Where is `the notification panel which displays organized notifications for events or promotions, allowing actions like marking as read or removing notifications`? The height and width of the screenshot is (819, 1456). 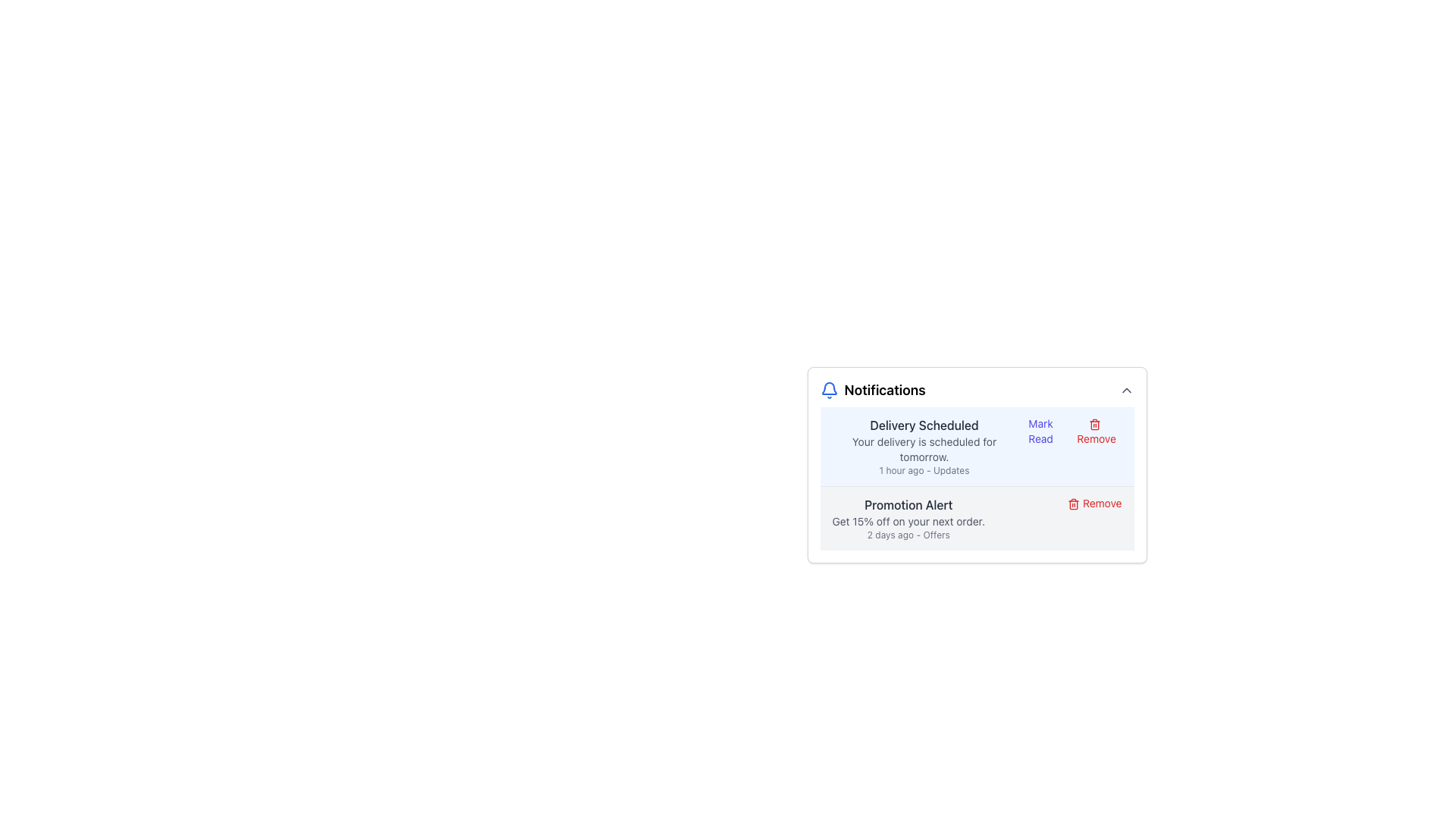
the notification panel which displays organized notifications for events or promotions, allowing actions like marking as read or removing notifications is located at coordinates (977, 463).